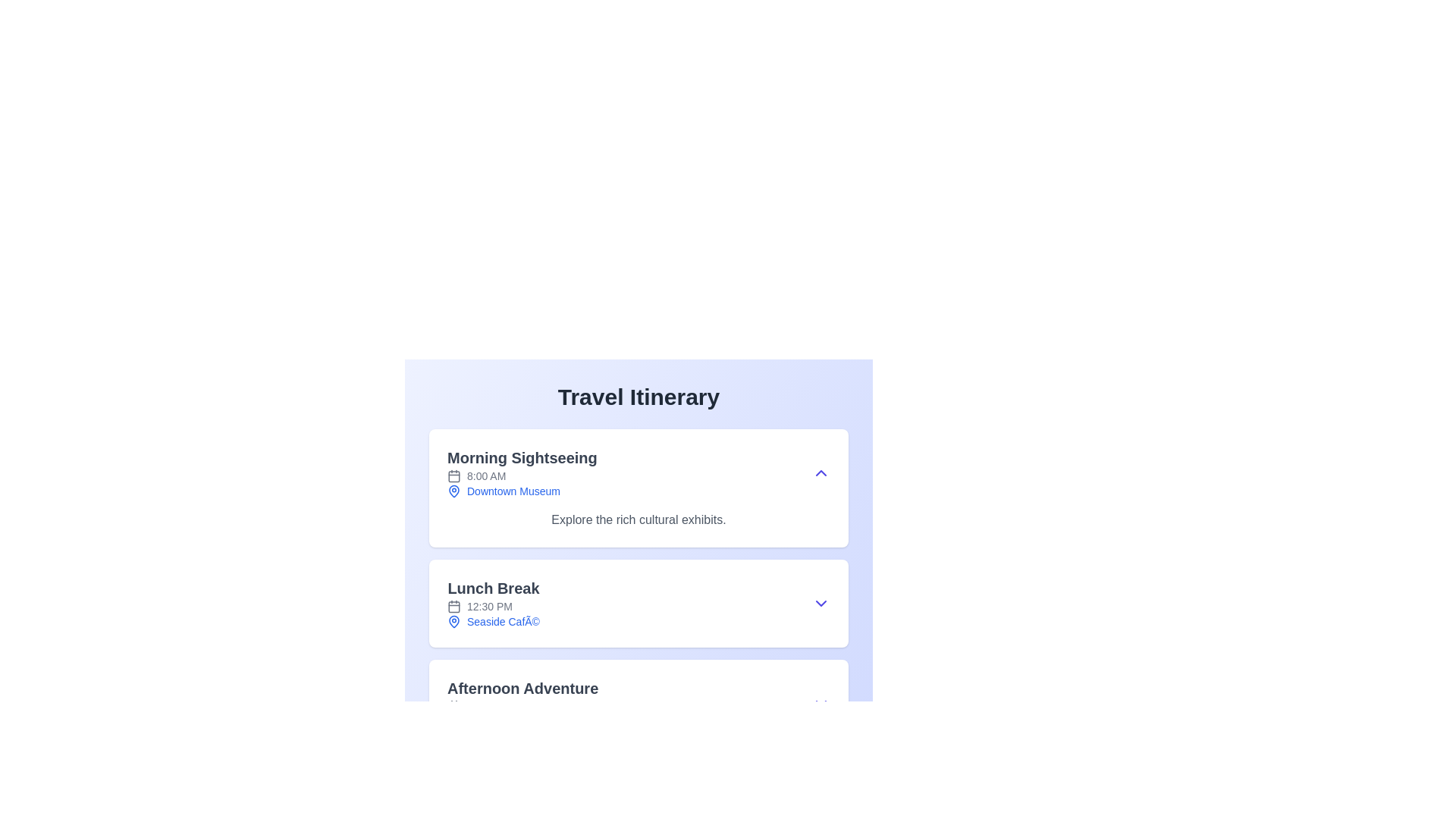  What do you see at coordinates (453, 605) in the screenshot?
I see `the calendar icon by clicking on the central decoration representing the calendar element, which is a rectangular shape with rounded corners` at bounding box center [453, 605].